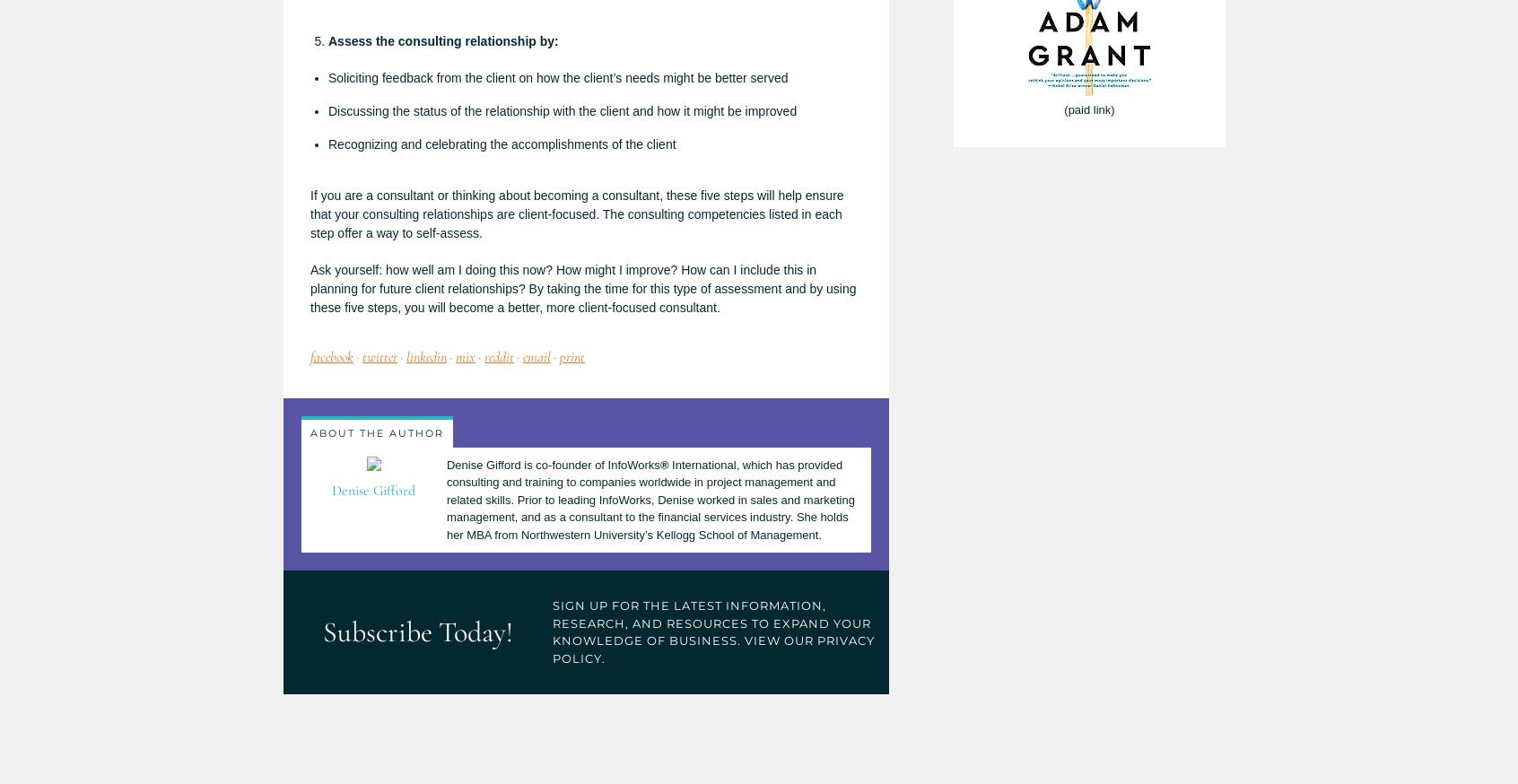 This screenshot has height=784, width=1518. Describe the element at coordinates (552, 464) in the screenshot. I see `'Denise Gifford is co-founder of InfoWorks'` at that location.